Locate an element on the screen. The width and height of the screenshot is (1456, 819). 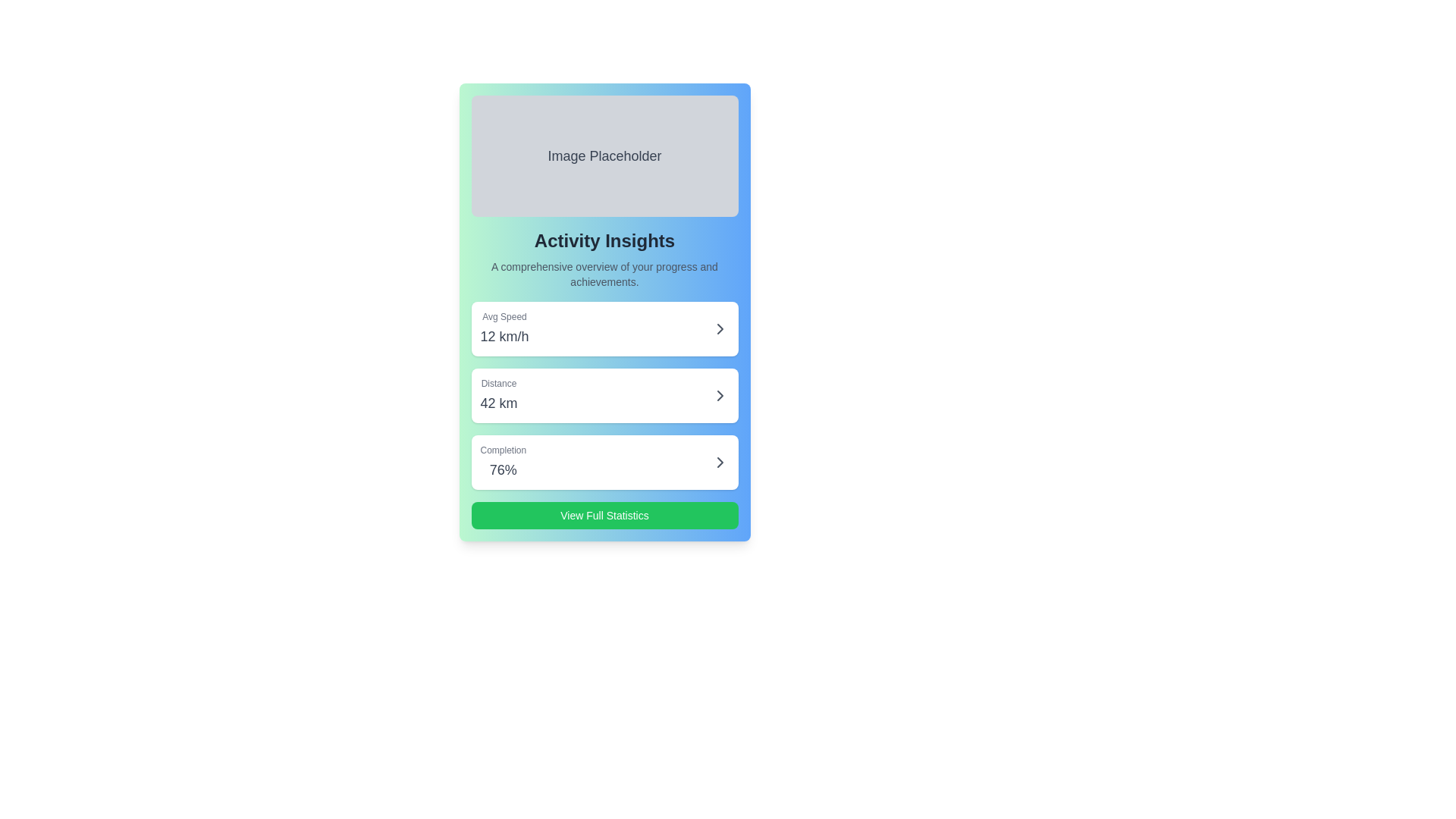
the gray-colored label with the text 'Distance' that is positioned above the numerical value '42 km' within the 'Activity Insights' section is located at coordinates (498, 382).